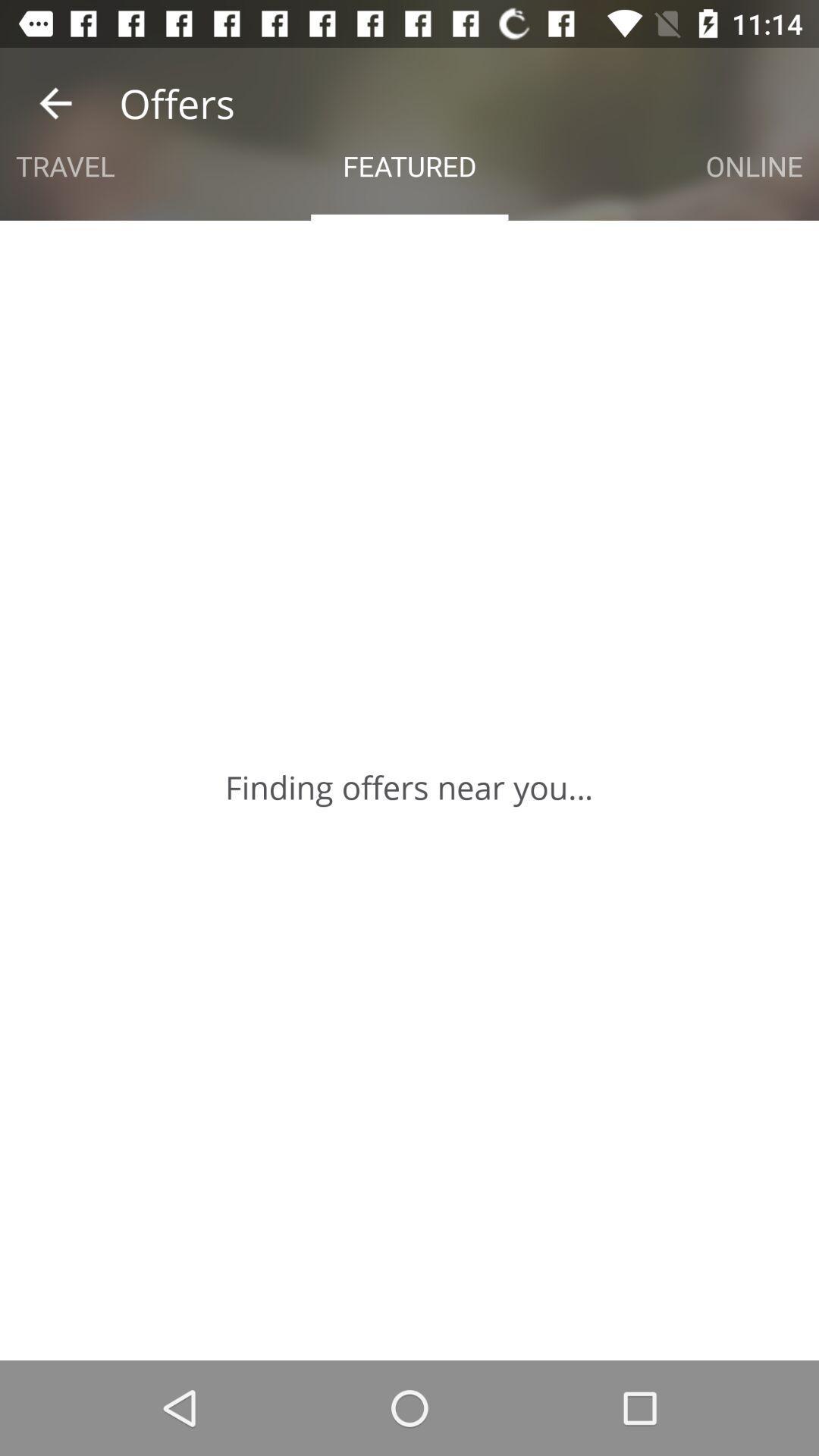  I want to click on the travel, so click(64, 166).